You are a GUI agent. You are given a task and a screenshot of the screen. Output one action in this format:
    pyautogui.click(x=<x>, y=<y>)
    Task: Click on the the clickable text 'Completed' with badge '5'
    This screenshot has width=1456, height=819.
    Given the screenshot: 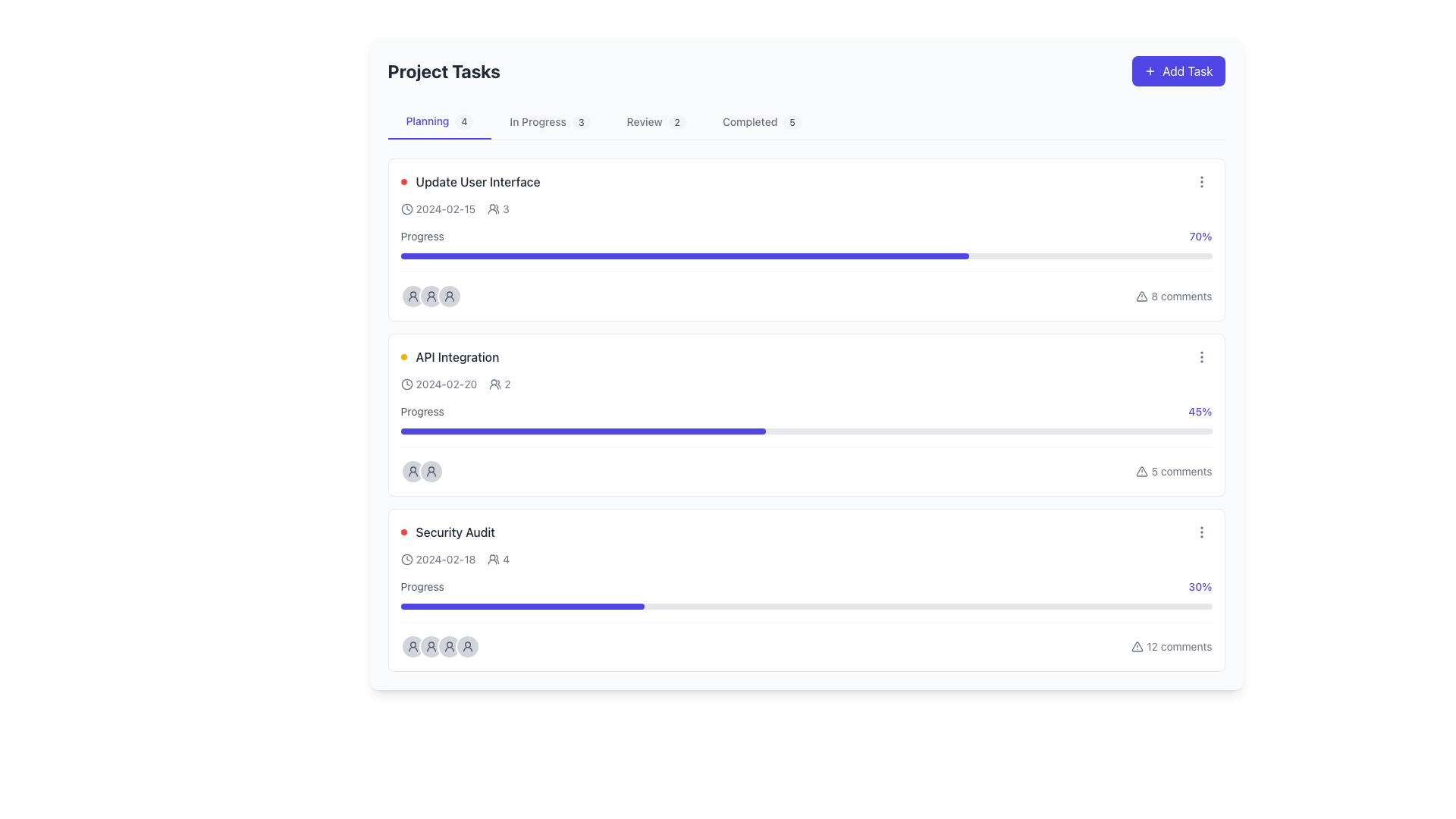 What is the action you would take?
    pyautogui.click(x=761, y=121)
    